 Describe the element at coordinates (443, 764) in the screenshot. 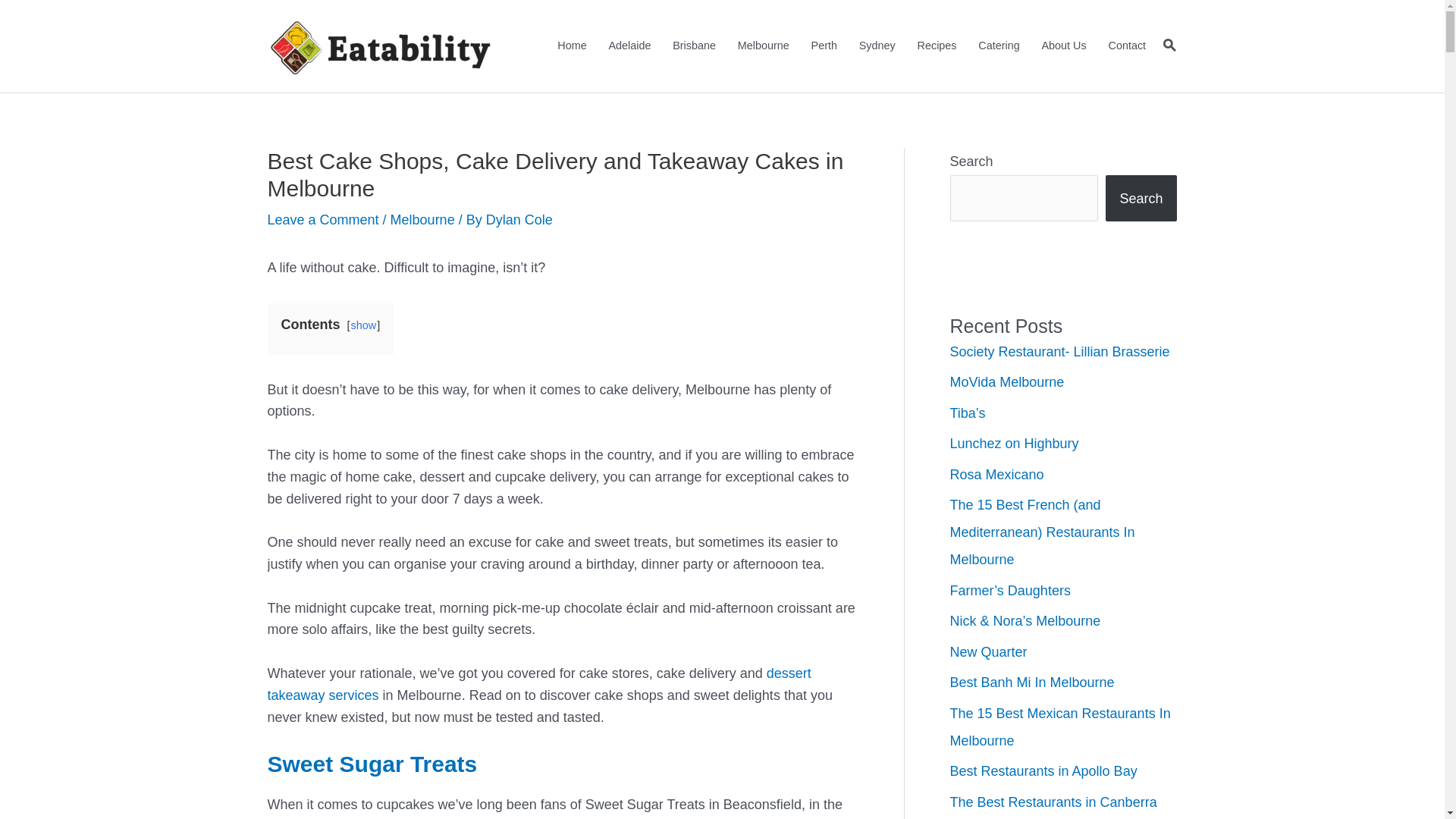

I see `'Treats'` at that location.